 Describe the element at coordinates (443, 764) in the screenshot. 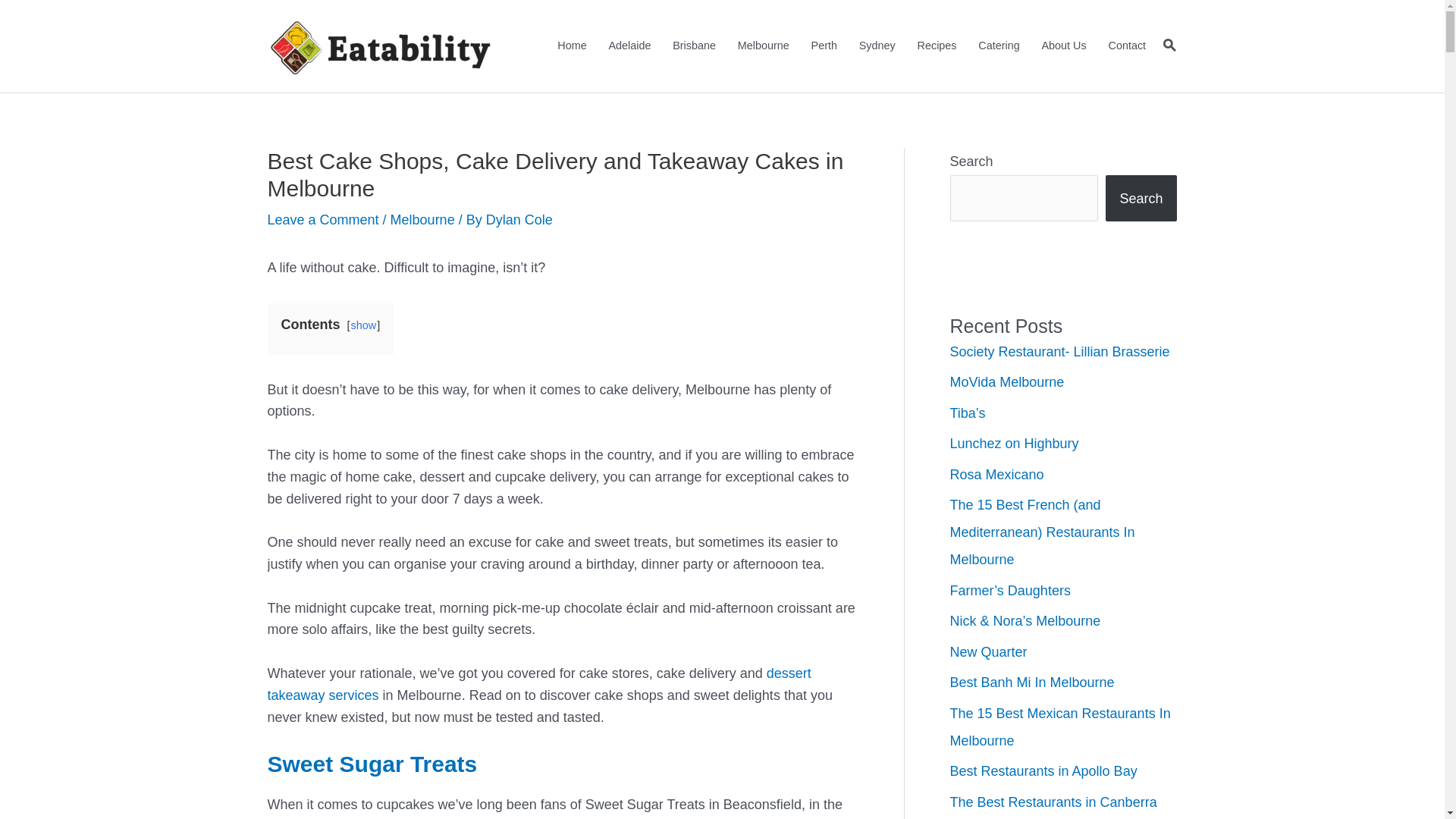

I see `'Treats'` at that location.